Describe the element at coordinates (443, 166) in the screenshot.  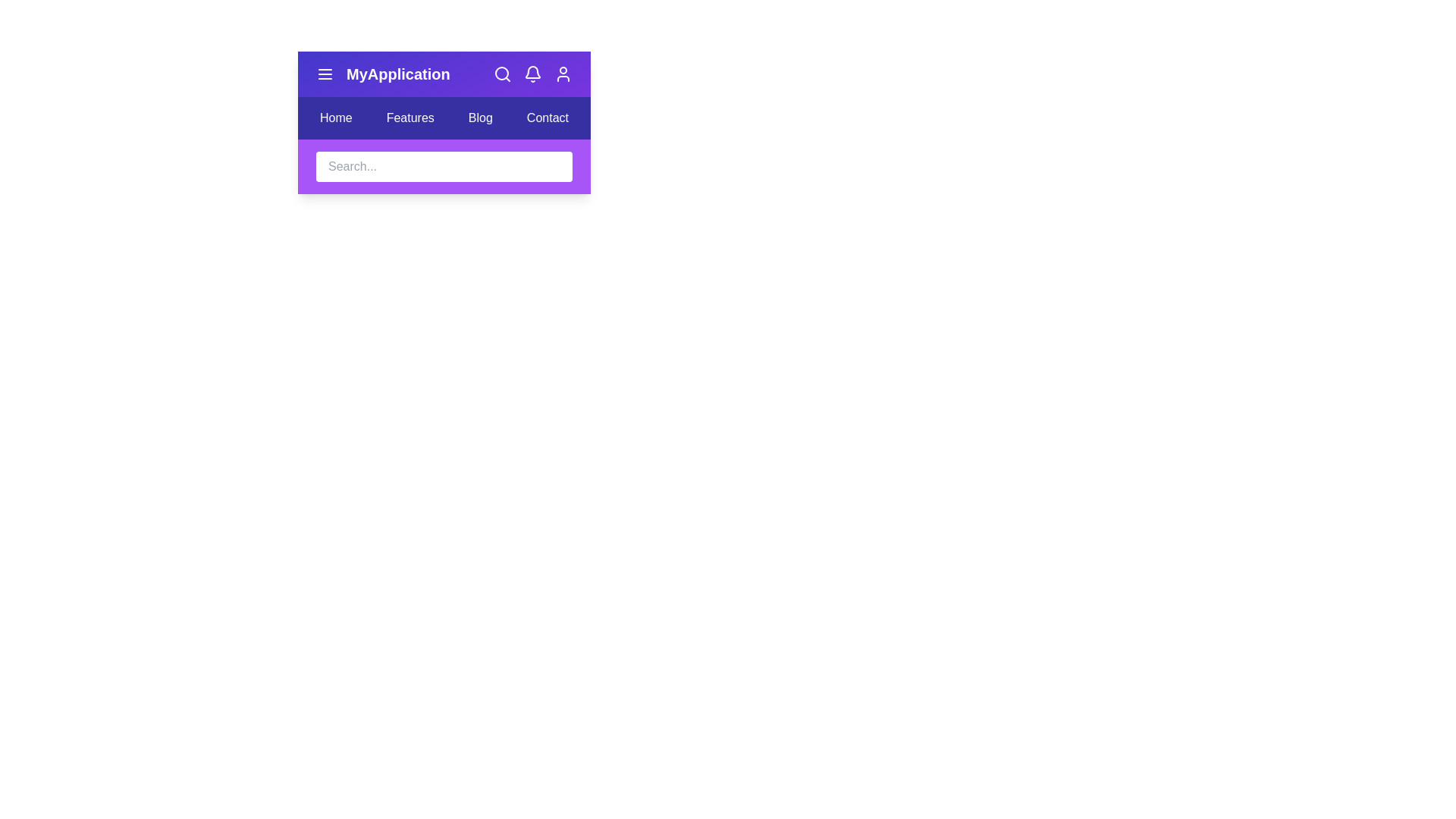
I see `the search bar and type the desired text` at that location.